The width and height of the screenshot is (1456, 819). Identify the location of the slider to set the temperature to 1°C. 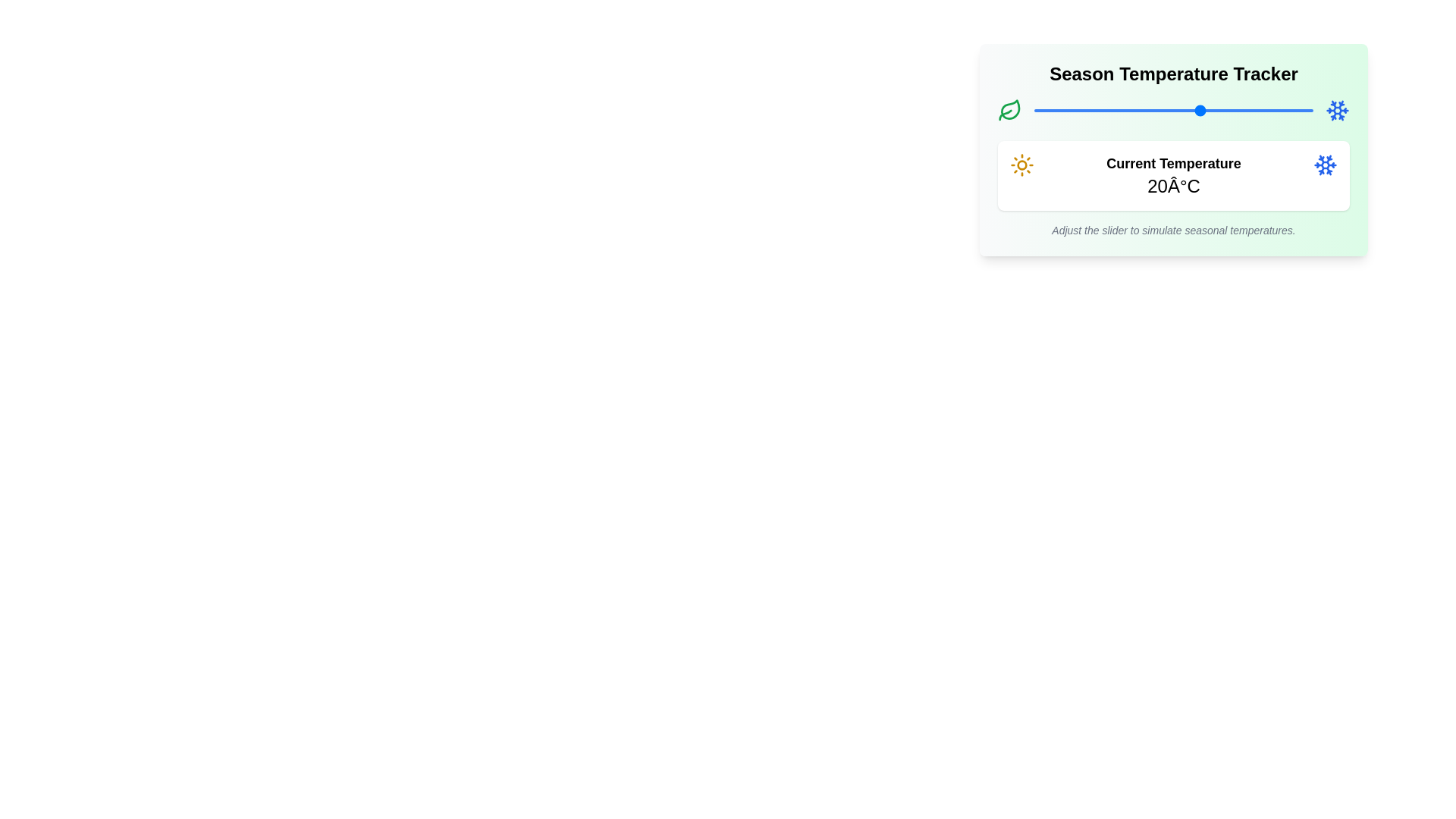
(1095, 110).